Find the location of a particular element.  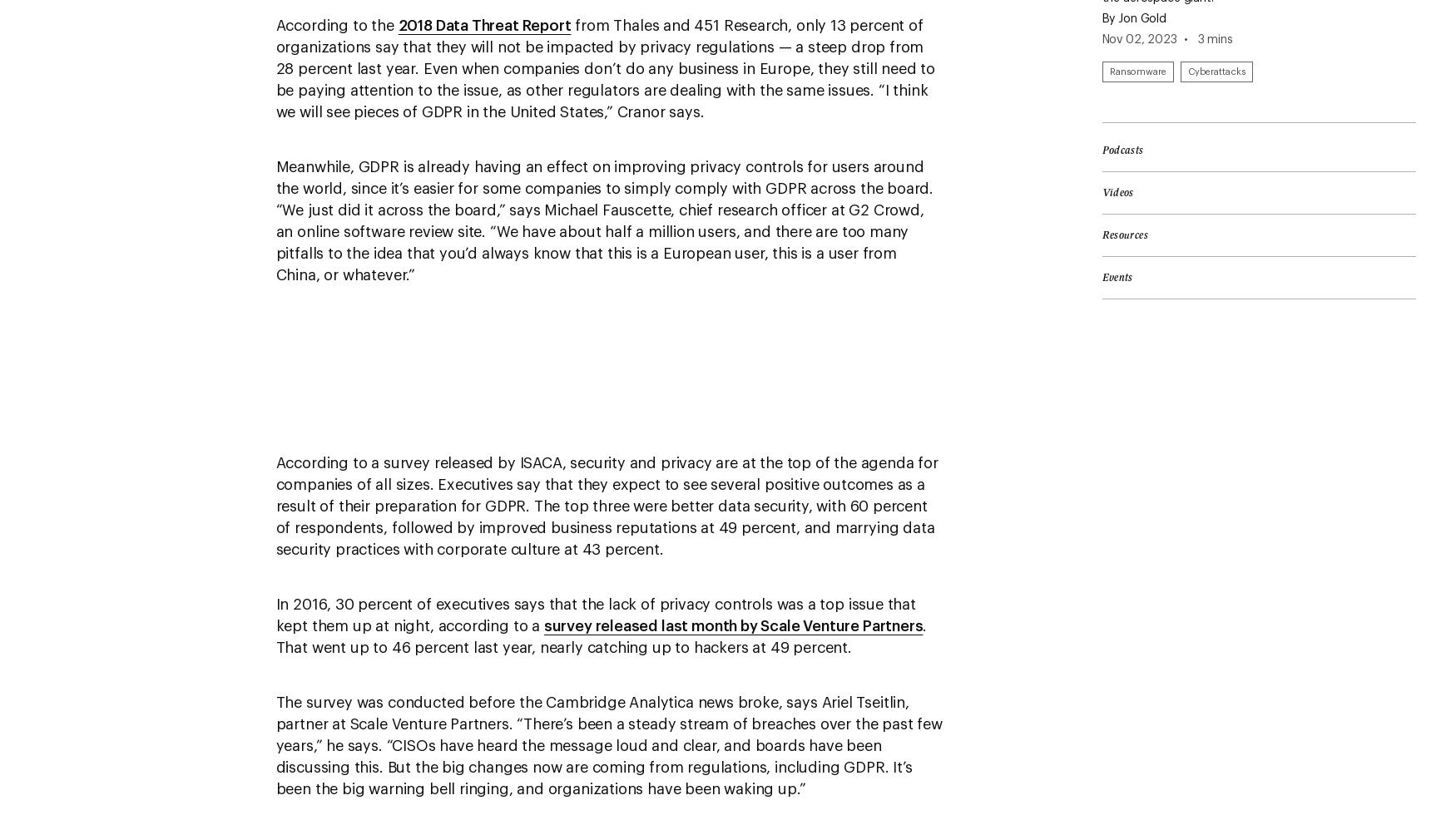

'Brandposts' is located at coordinates (71, 104).